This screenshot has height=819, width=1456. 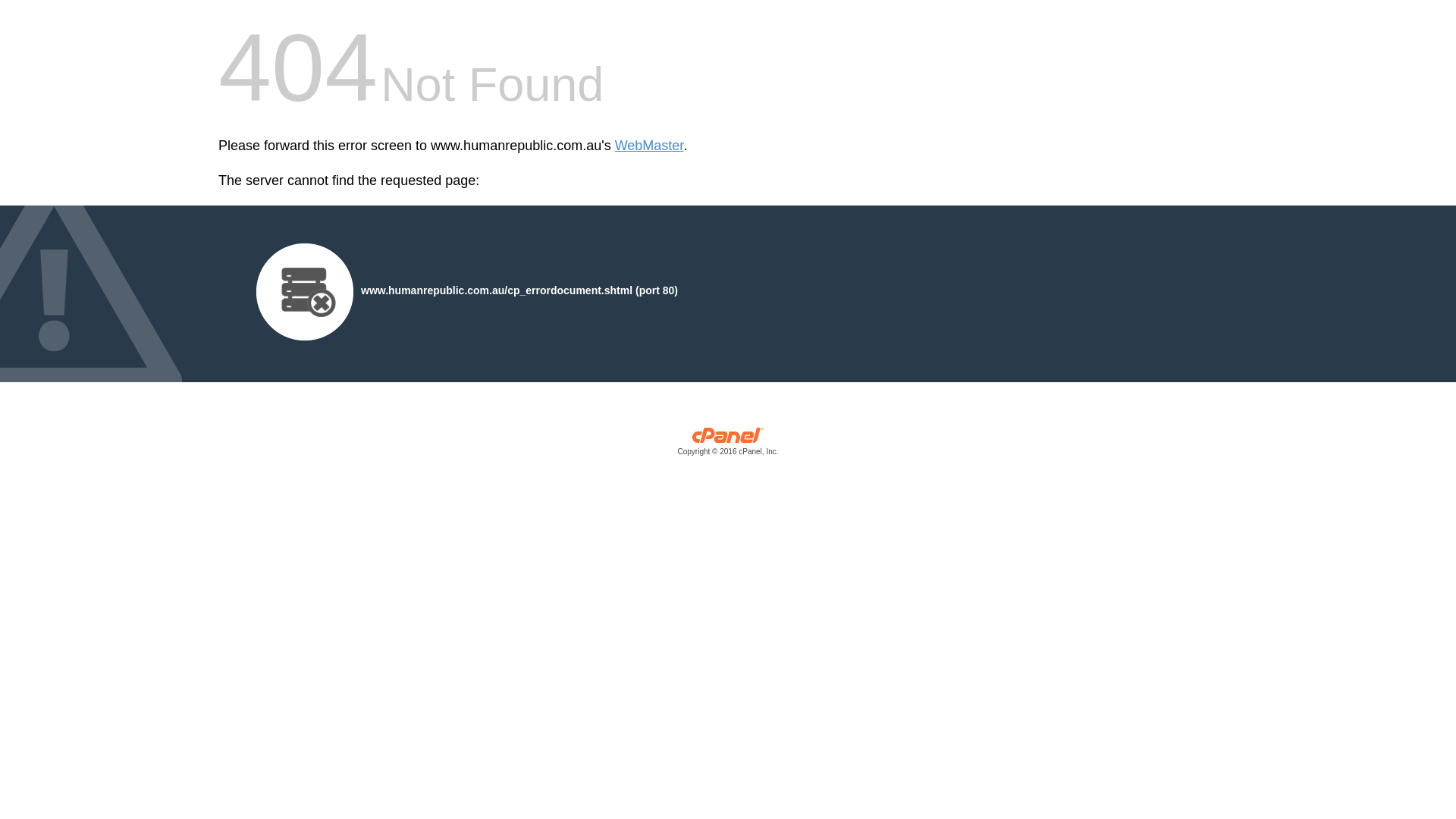 What do you see at coordinates (649, 146) in the screenshot?
I see `'WebMaster'` at bounding box center [649, 146].